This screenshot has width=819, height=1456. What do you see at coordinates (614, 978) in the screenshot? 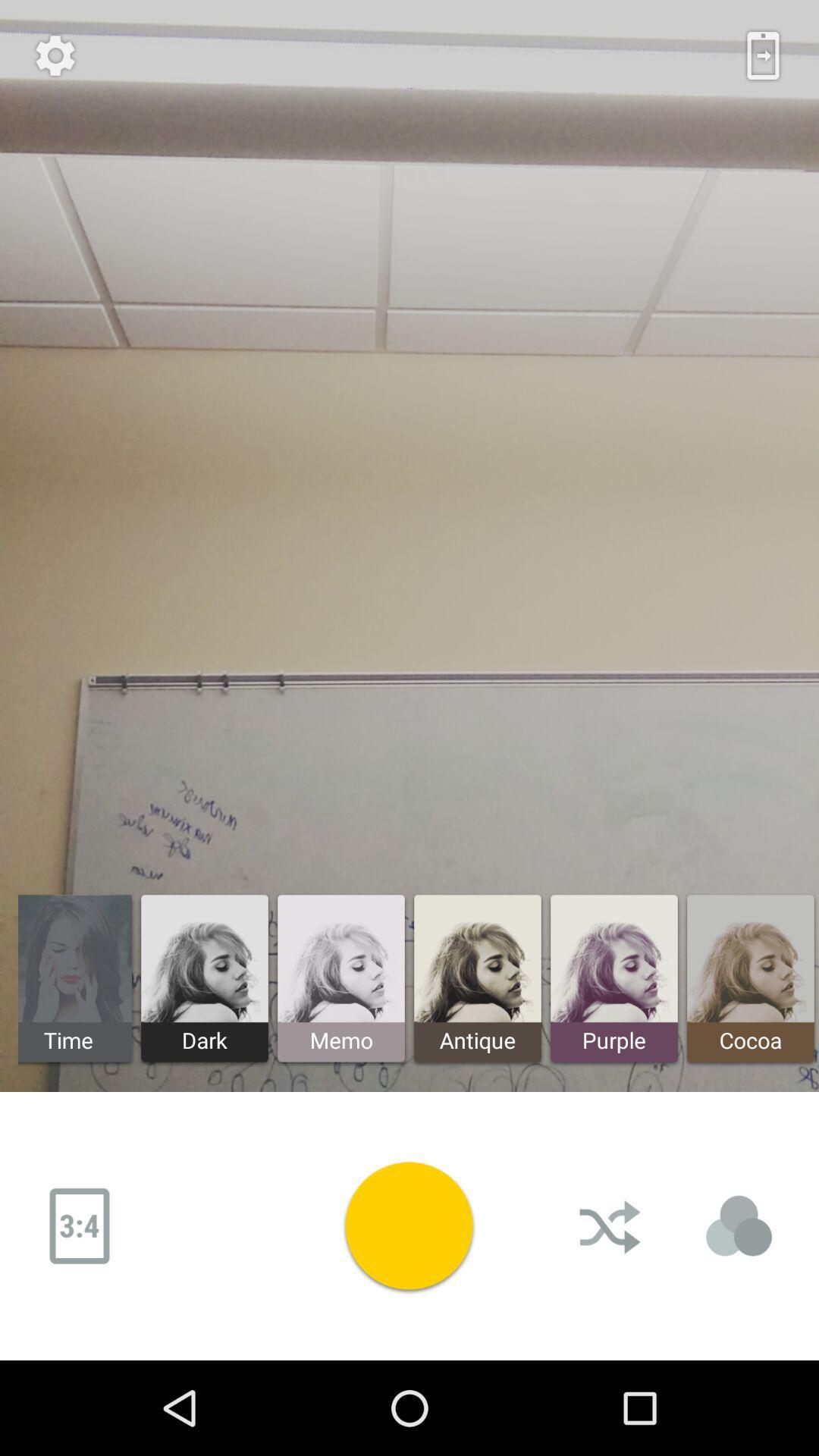
I see `the button next to antique` at bounding box center [614, 978].